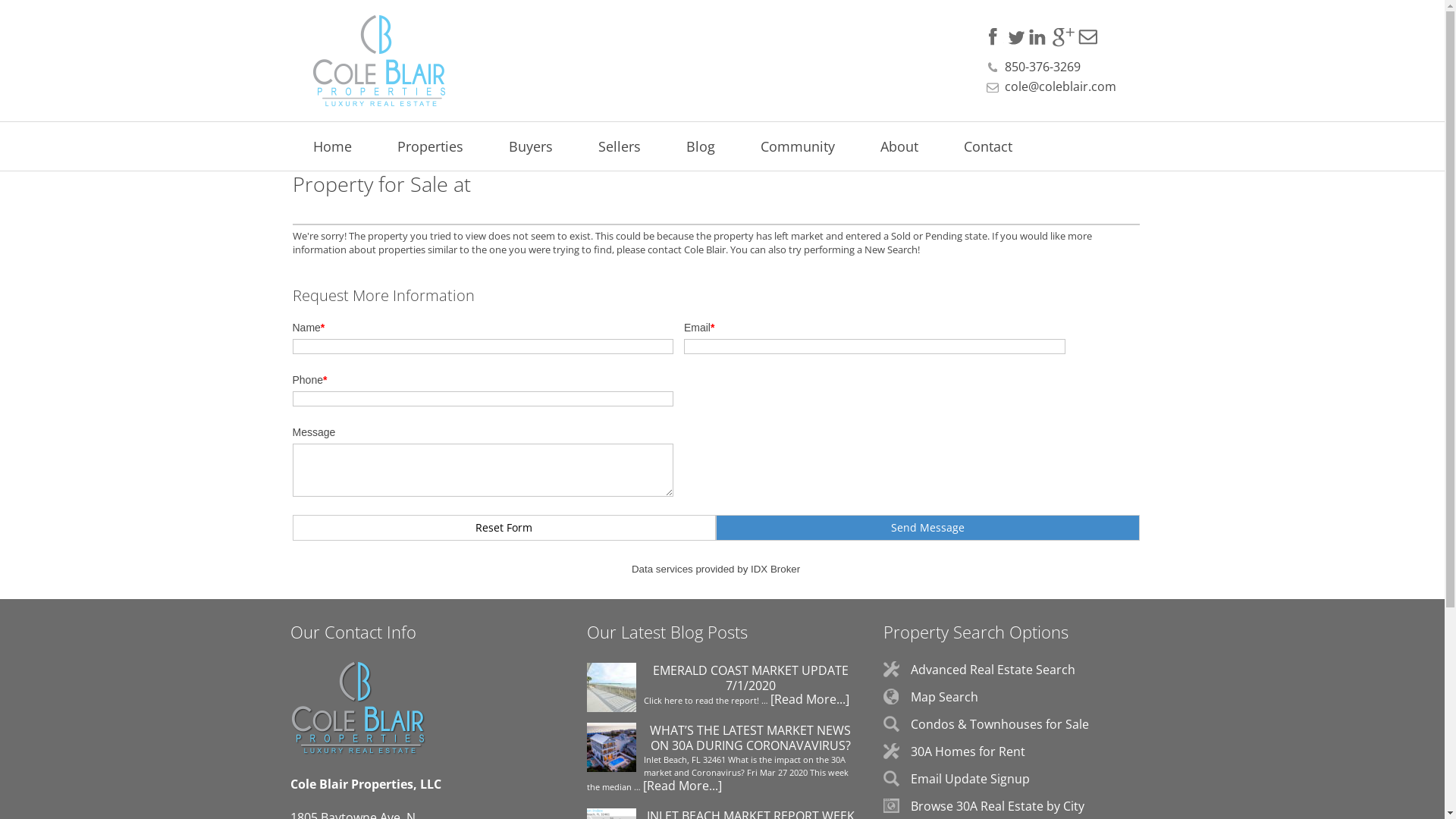 The height and width of the screenshot is (819, 1456). Describe the element at coordinates (530, 146) in the screenshot. I see `'Buyers'` at that location.